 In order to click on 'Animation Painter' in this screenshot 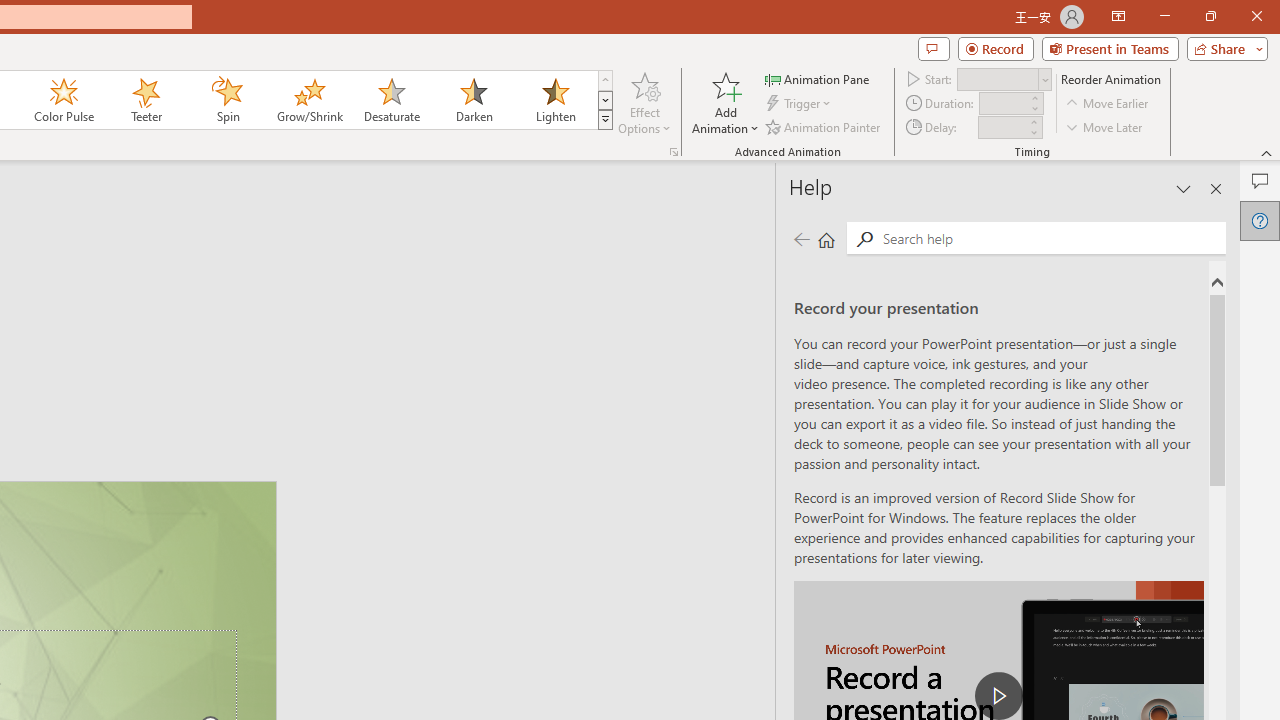, I will do `click(824, 127)`.